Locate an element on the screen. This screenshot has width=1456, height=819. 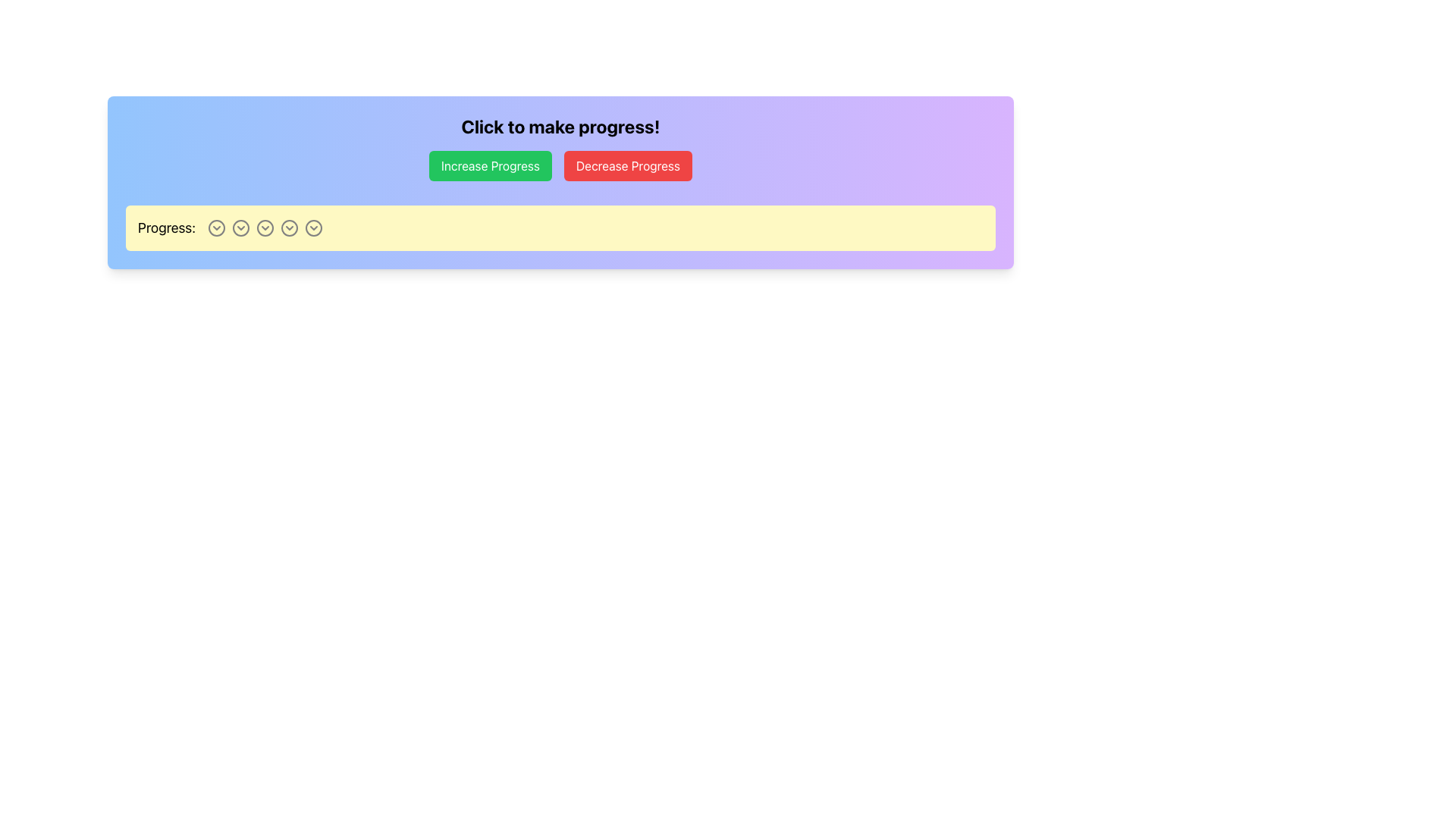
the first circular Icon Button located alongside the text 'Progress:' is located at coordinates (216, 227).